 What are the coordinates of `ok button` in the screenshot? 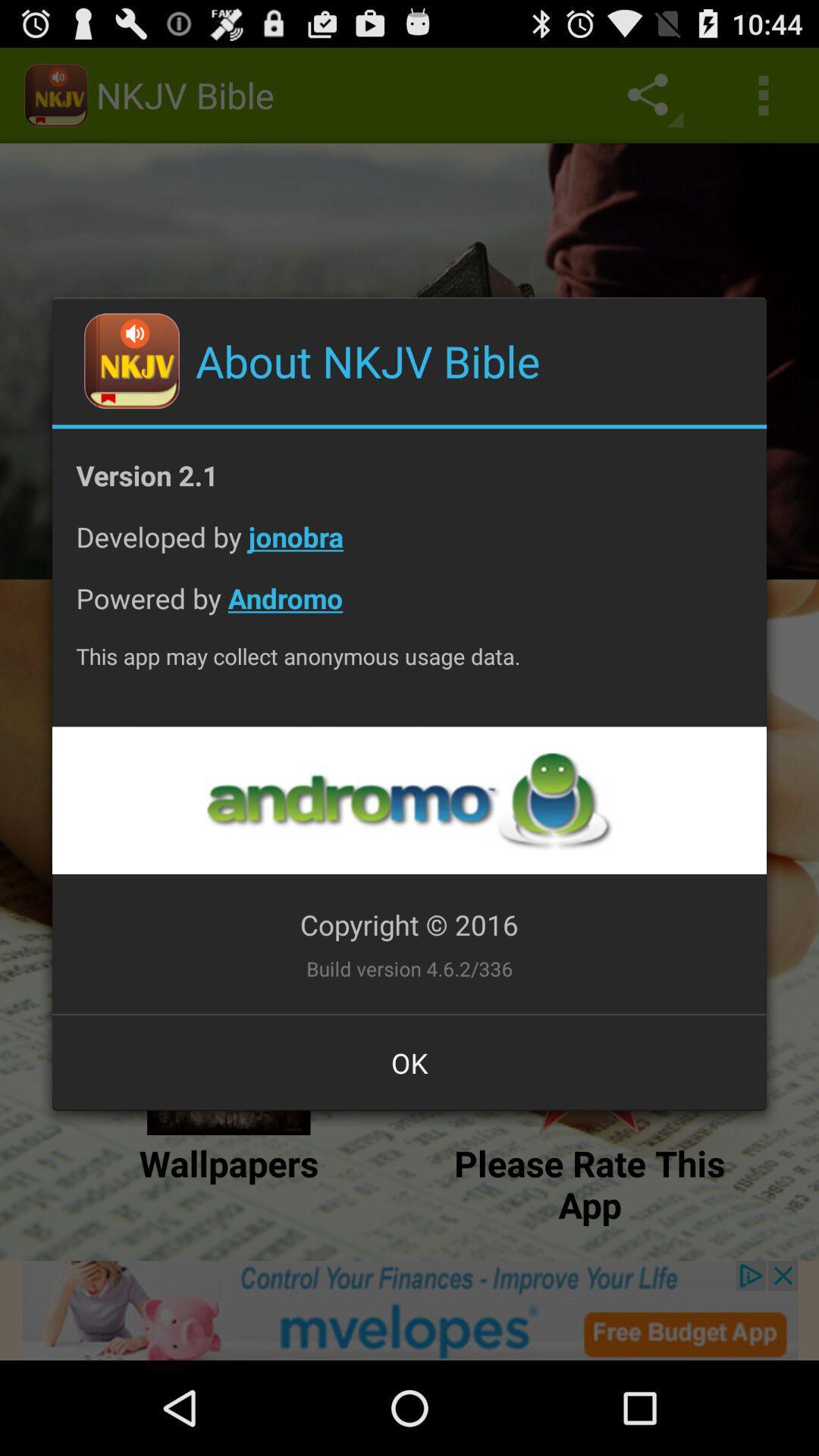 It's located at (409, 1062).